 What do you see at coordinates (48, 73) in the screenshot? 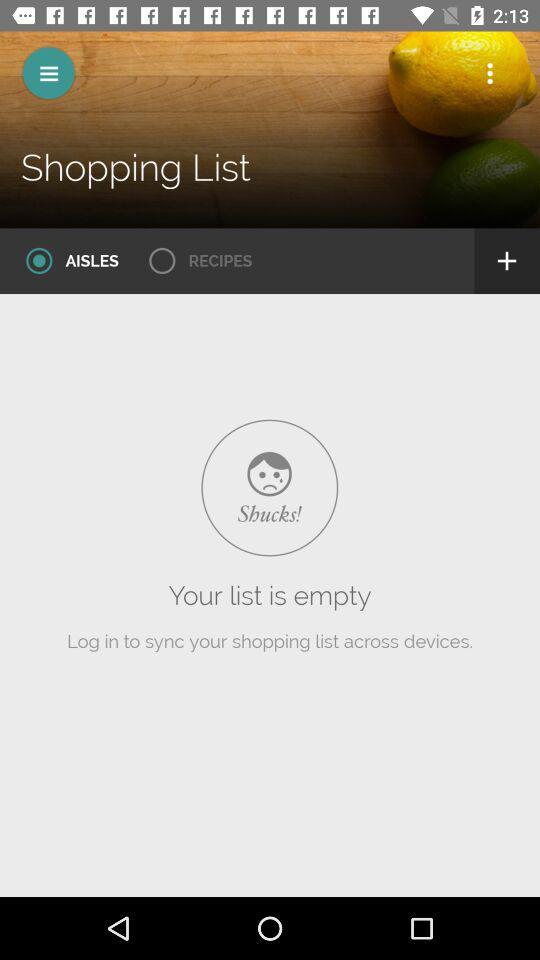
I see `expand the menu` at bounding box center [48, 73].